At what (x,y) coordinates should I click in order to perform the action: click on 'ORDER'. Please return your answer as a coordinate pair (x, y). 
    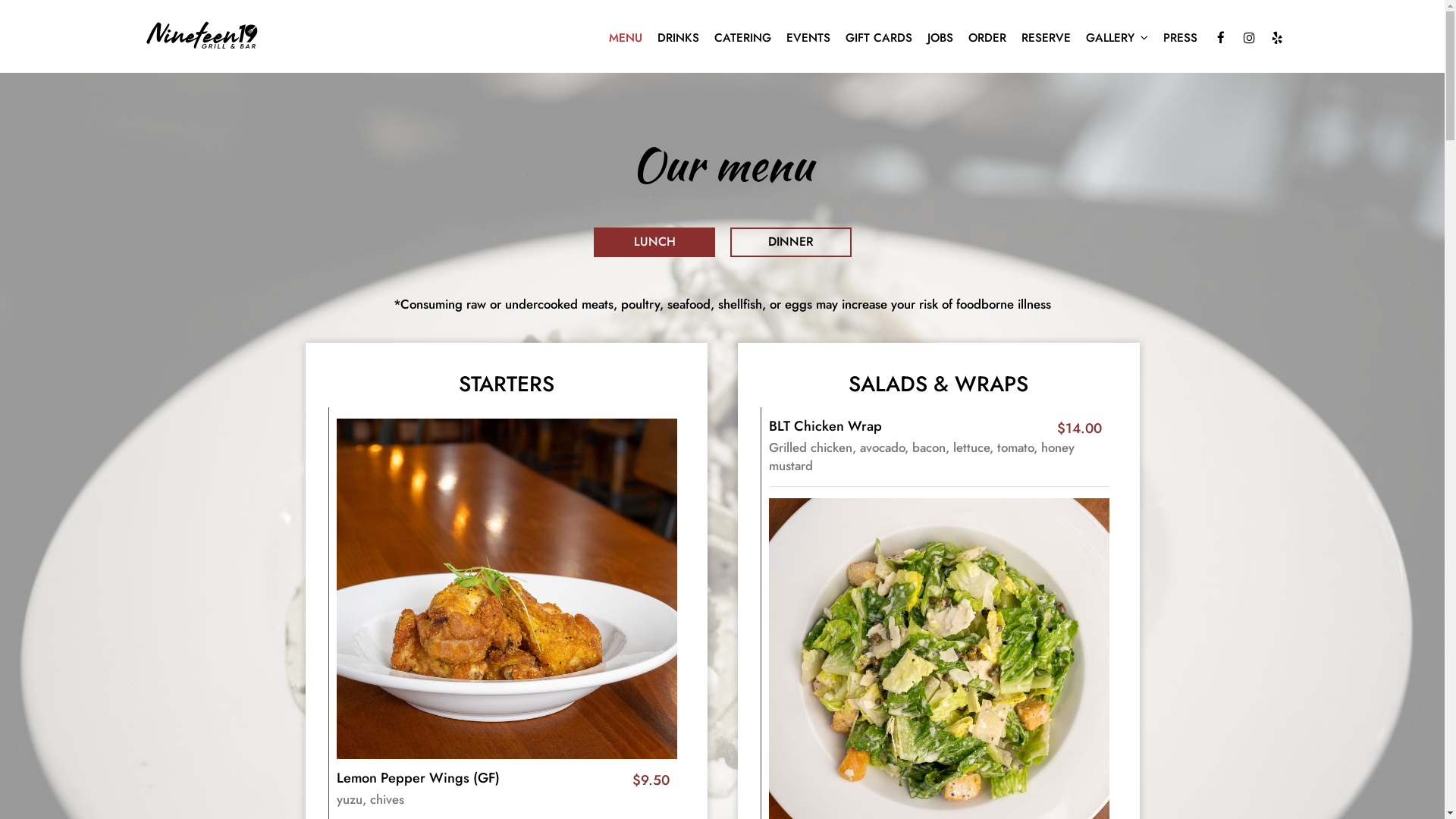
    Looking at the image, I should click on (986, 37).